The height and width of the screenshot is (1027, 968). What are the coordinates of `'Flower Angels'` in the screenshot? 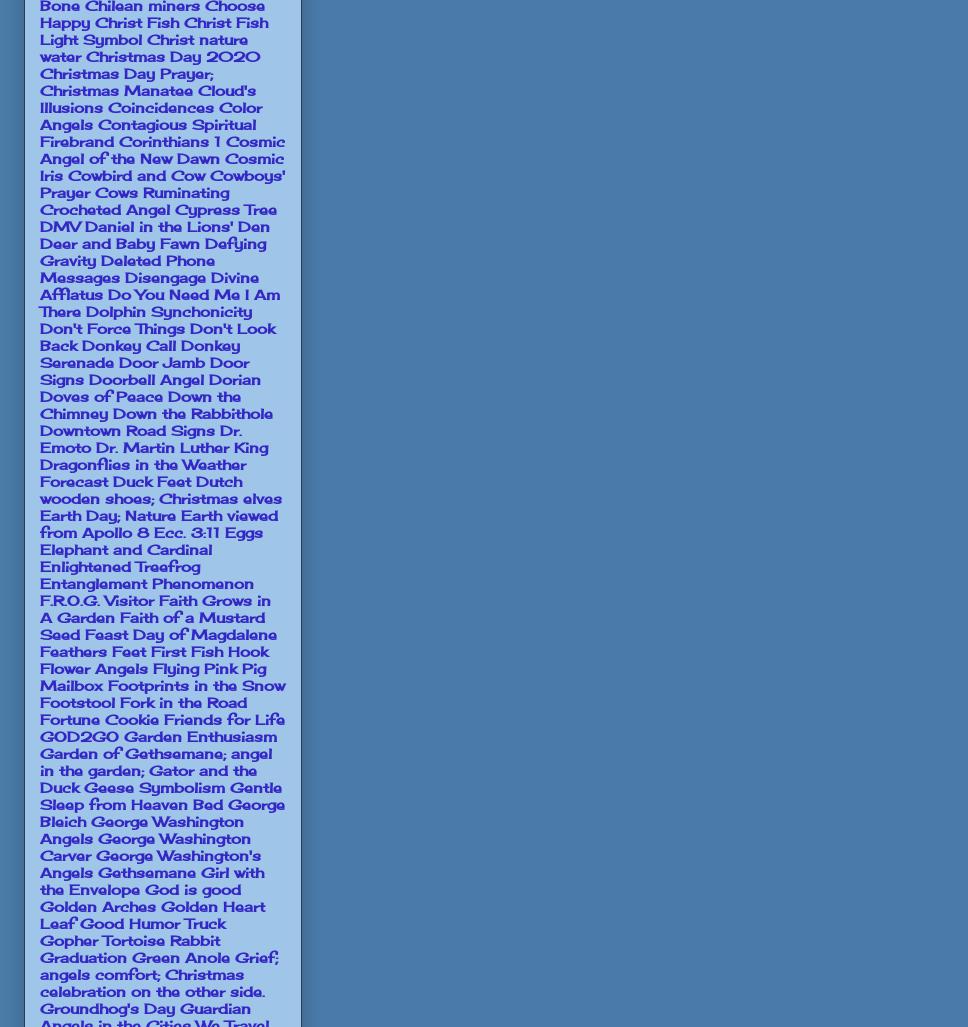 It's located at (93, 666).